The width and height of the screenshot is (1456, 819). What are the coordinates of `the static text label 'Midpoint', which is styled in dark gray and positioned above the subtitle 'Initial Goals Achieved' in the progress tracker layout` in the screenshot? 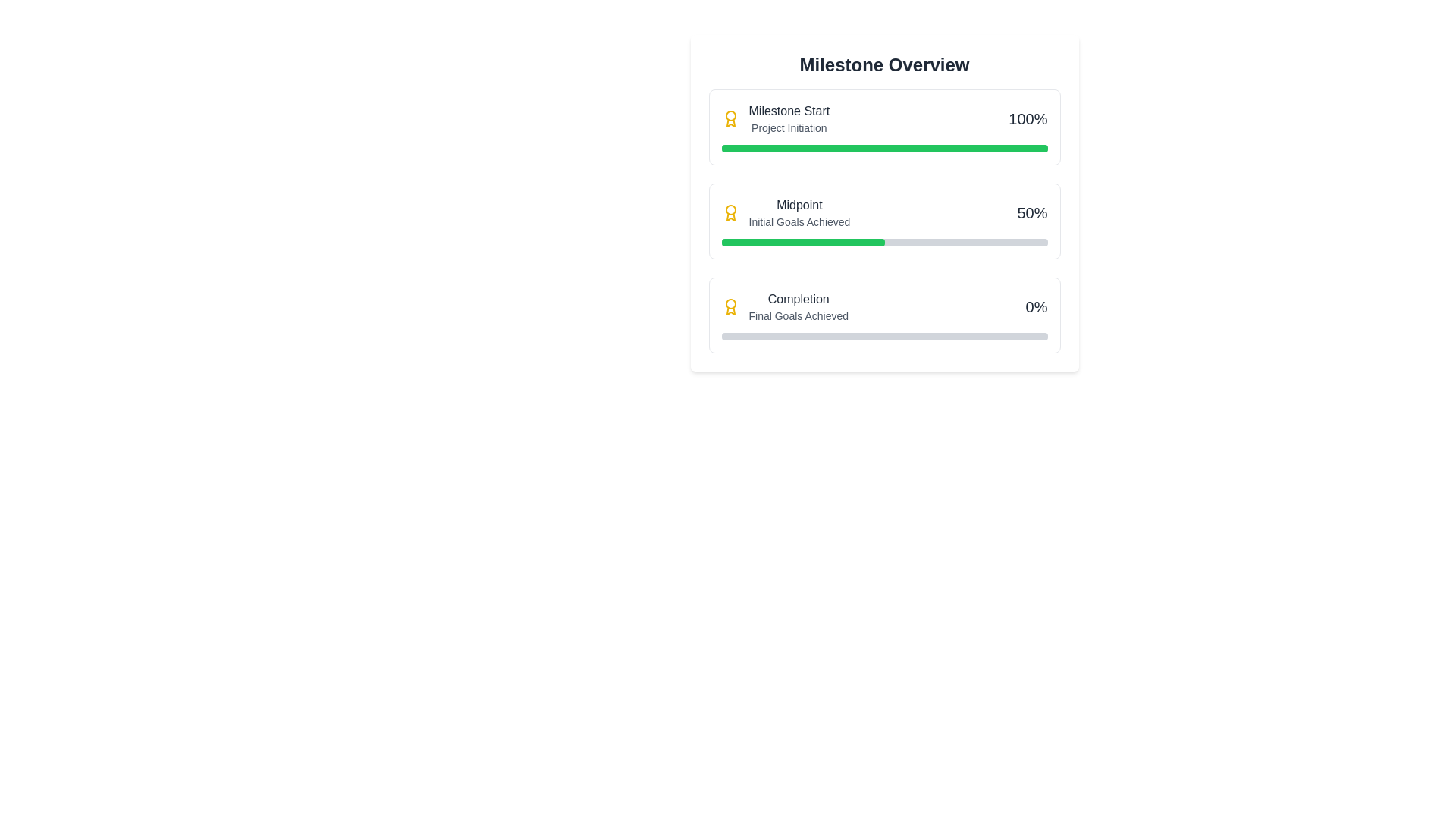 It's located at (799, 205).